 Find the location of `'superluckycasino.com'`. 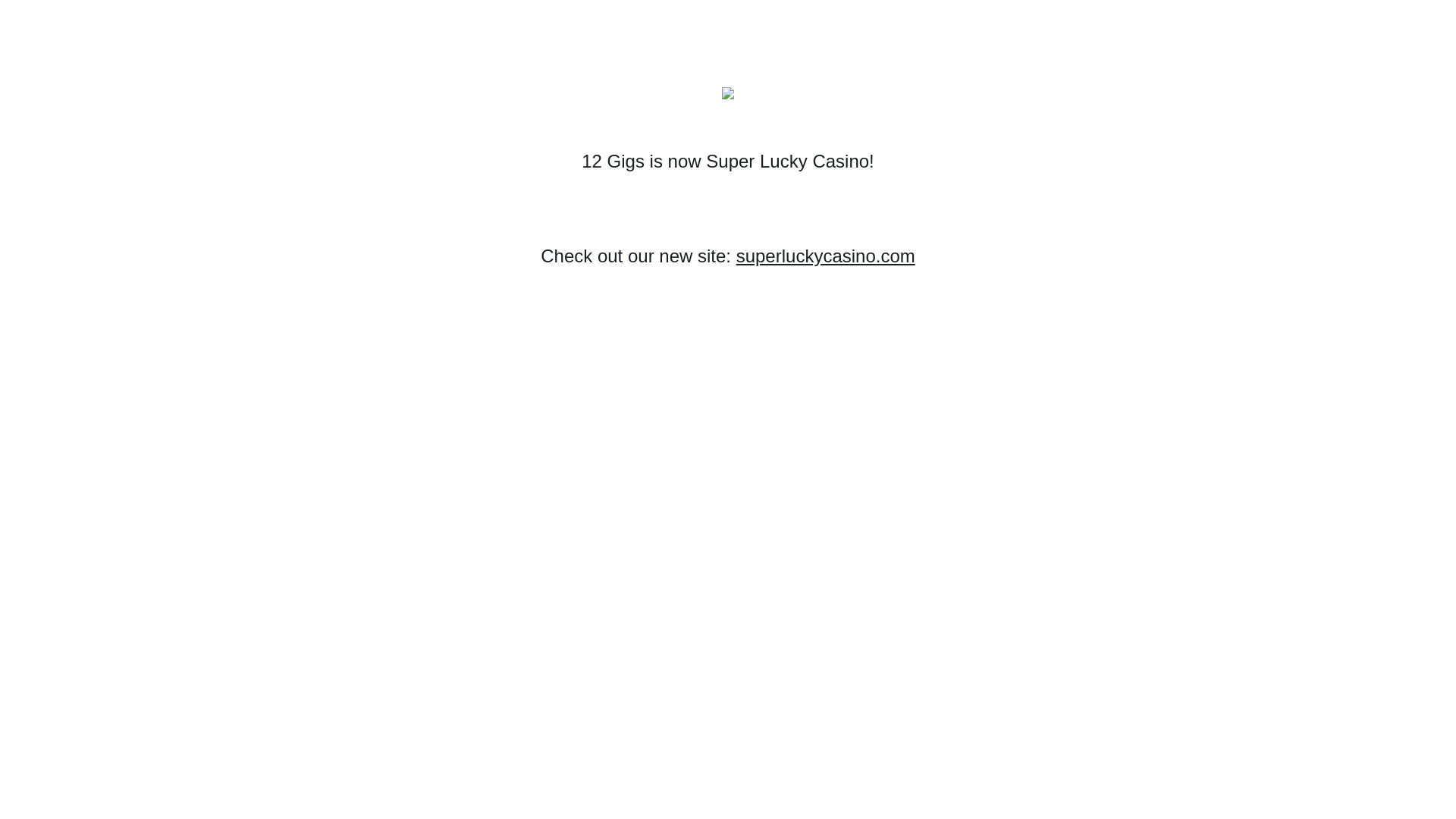

'superluckycasino.com' is located at coordinates (825, 255).